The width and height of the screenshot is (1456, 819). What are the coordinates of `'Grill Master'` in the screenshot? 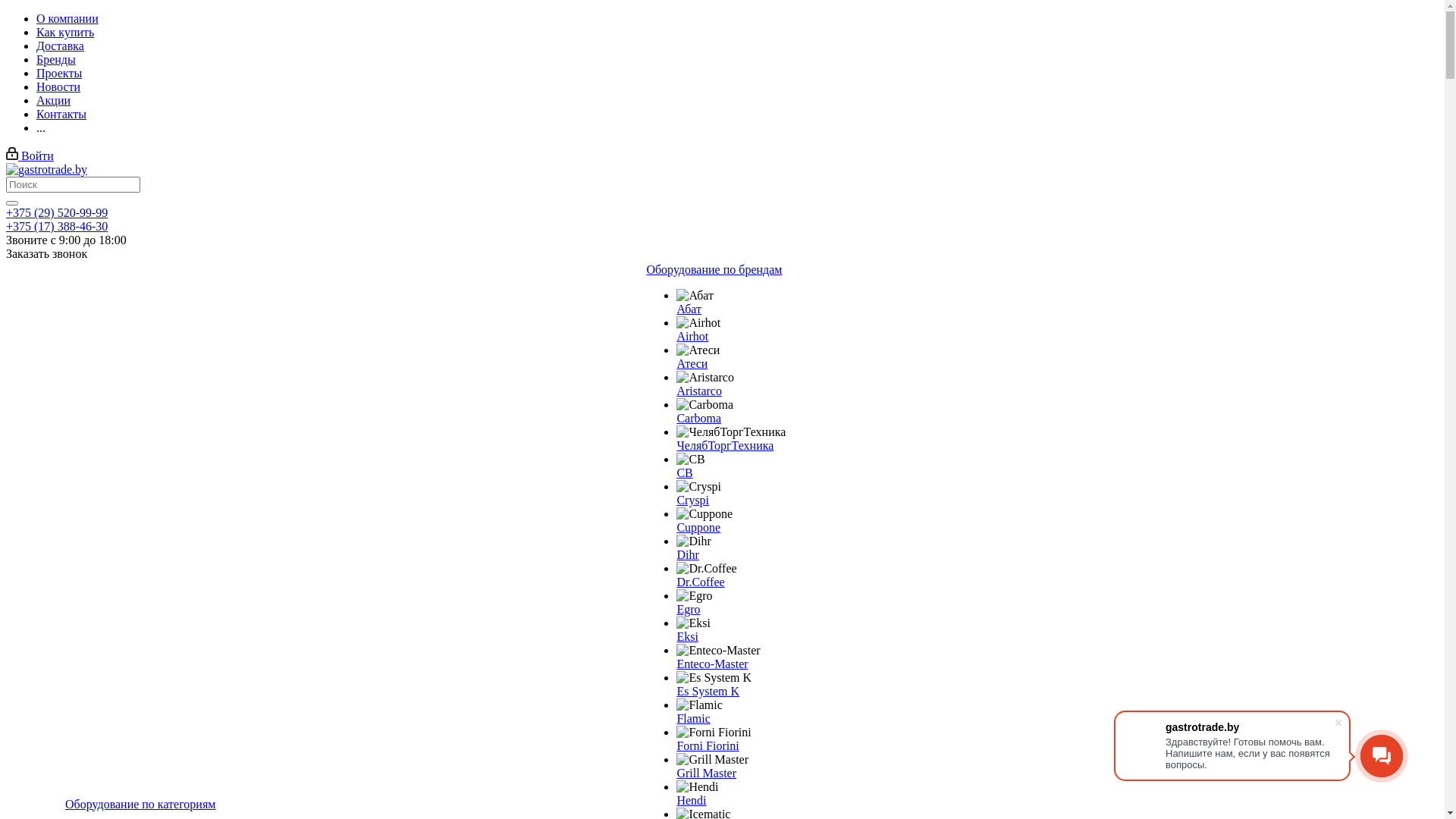 It's located at (705, 773).